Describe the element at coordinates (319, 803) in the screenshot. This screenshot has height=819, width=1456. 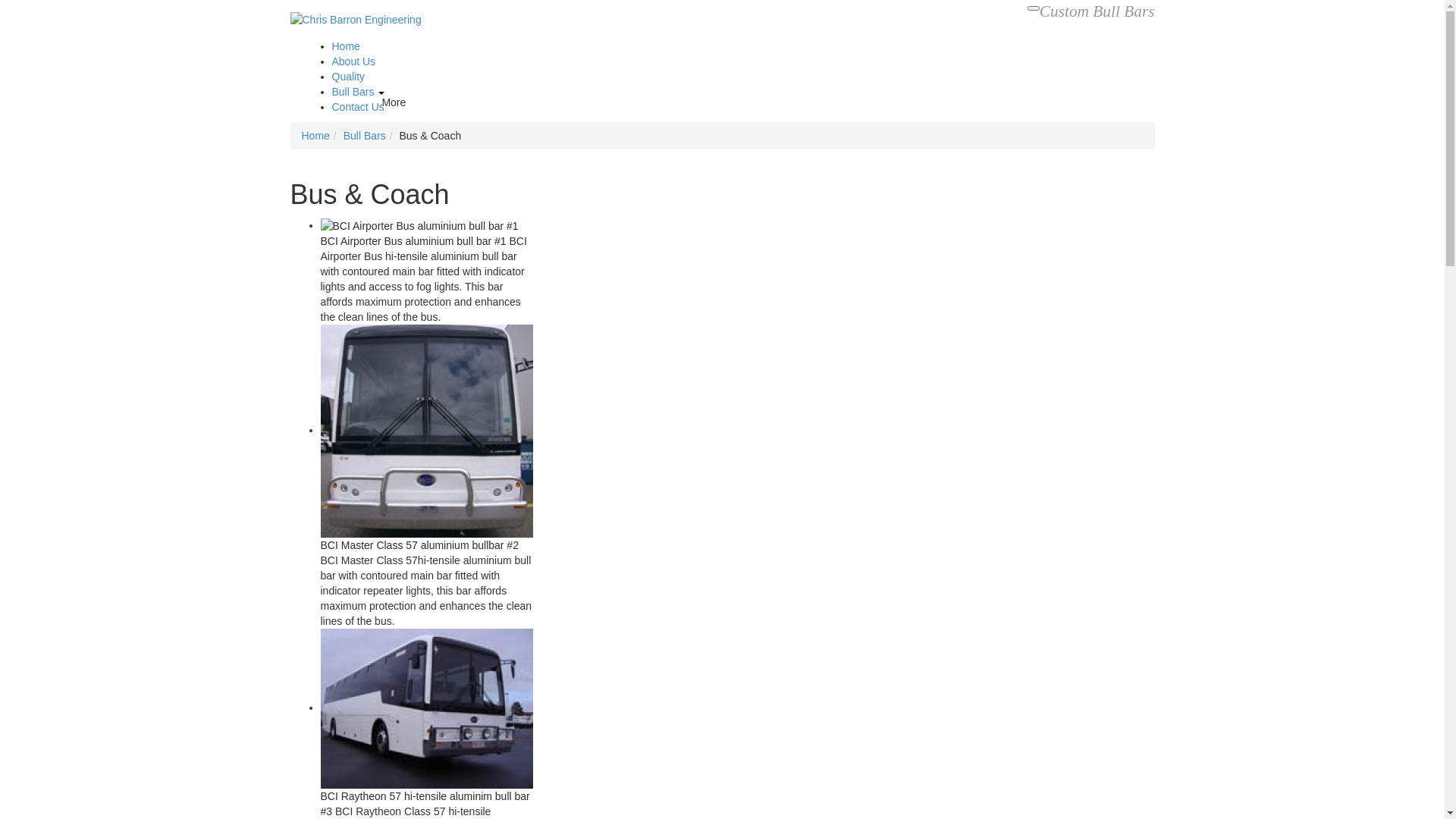
I see `'BCI Raytheon 57 hi-tensile aluminim bull bar #3'` at that location.